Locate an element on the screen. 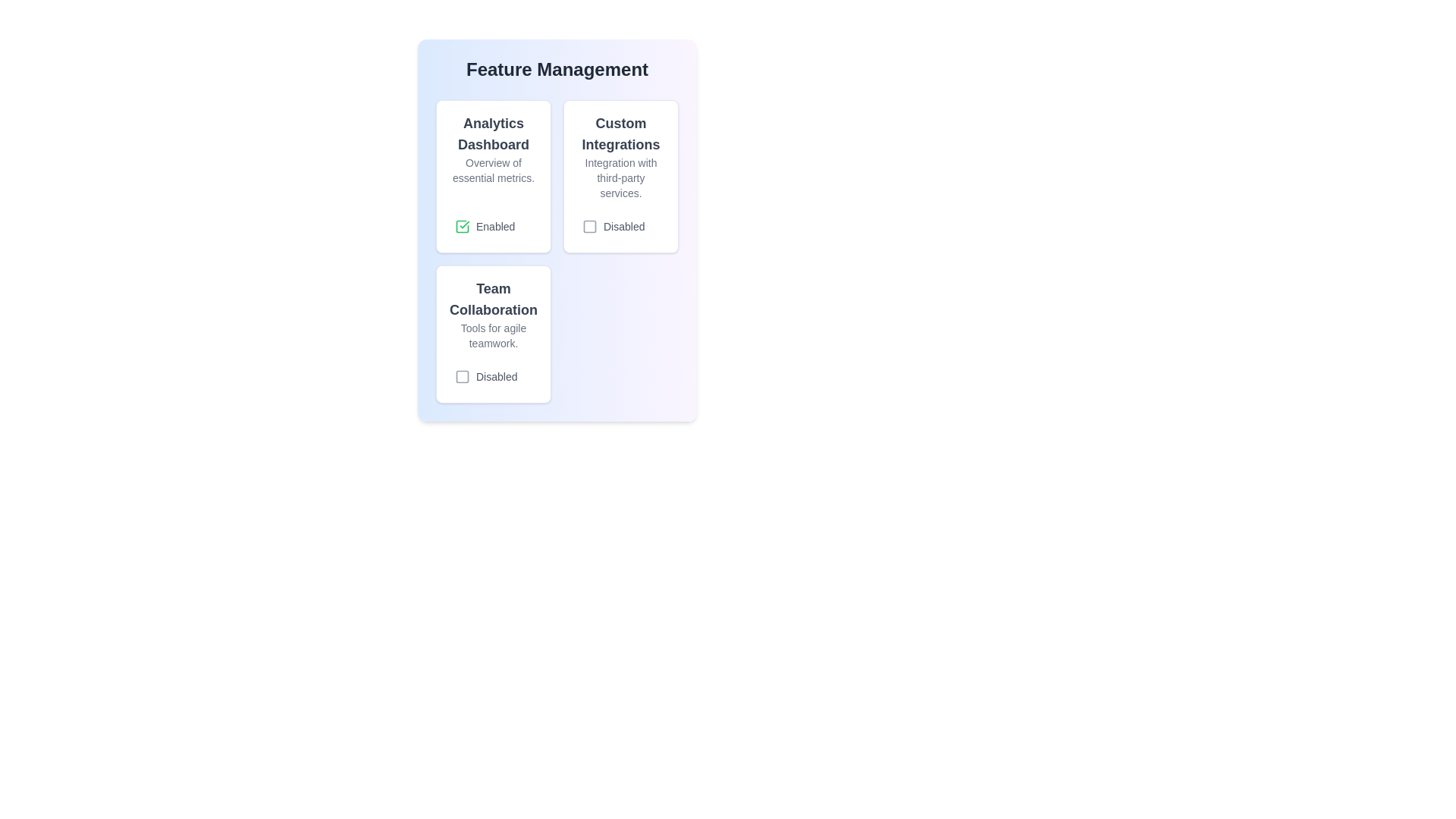 The height and width of the screenshot is (819, 1456). the square outline icon styled in light gray color, located adjacent to the text 'Disabled' under the 'Team Collaboration' section is located at coordinates (461, 376).